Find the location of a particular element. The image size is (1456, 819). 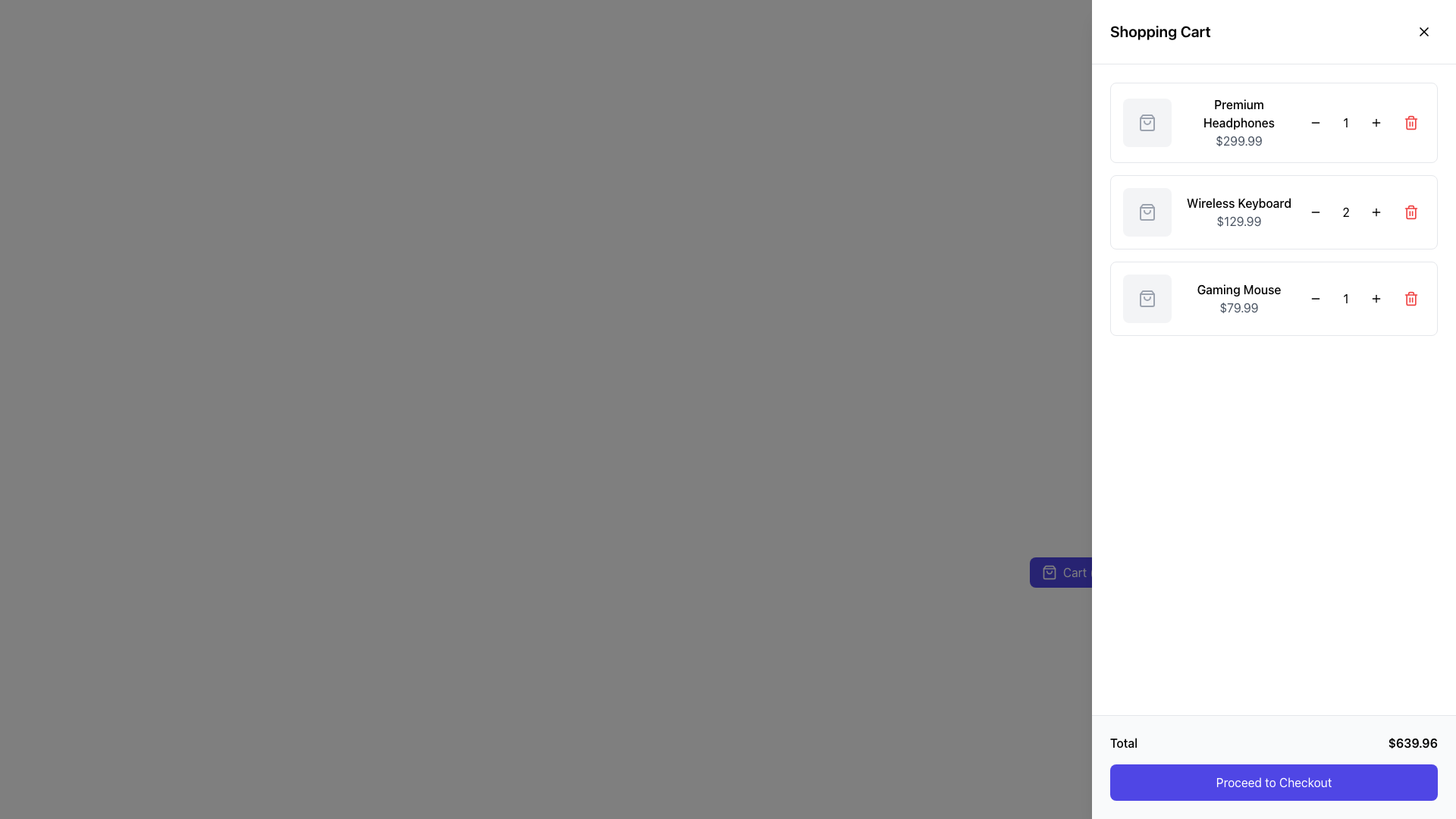

the text display showing the number '1' which is centered within the controls for the 'Premium Headphones' item in the shopping cart is located at coordinates (1346, 122).